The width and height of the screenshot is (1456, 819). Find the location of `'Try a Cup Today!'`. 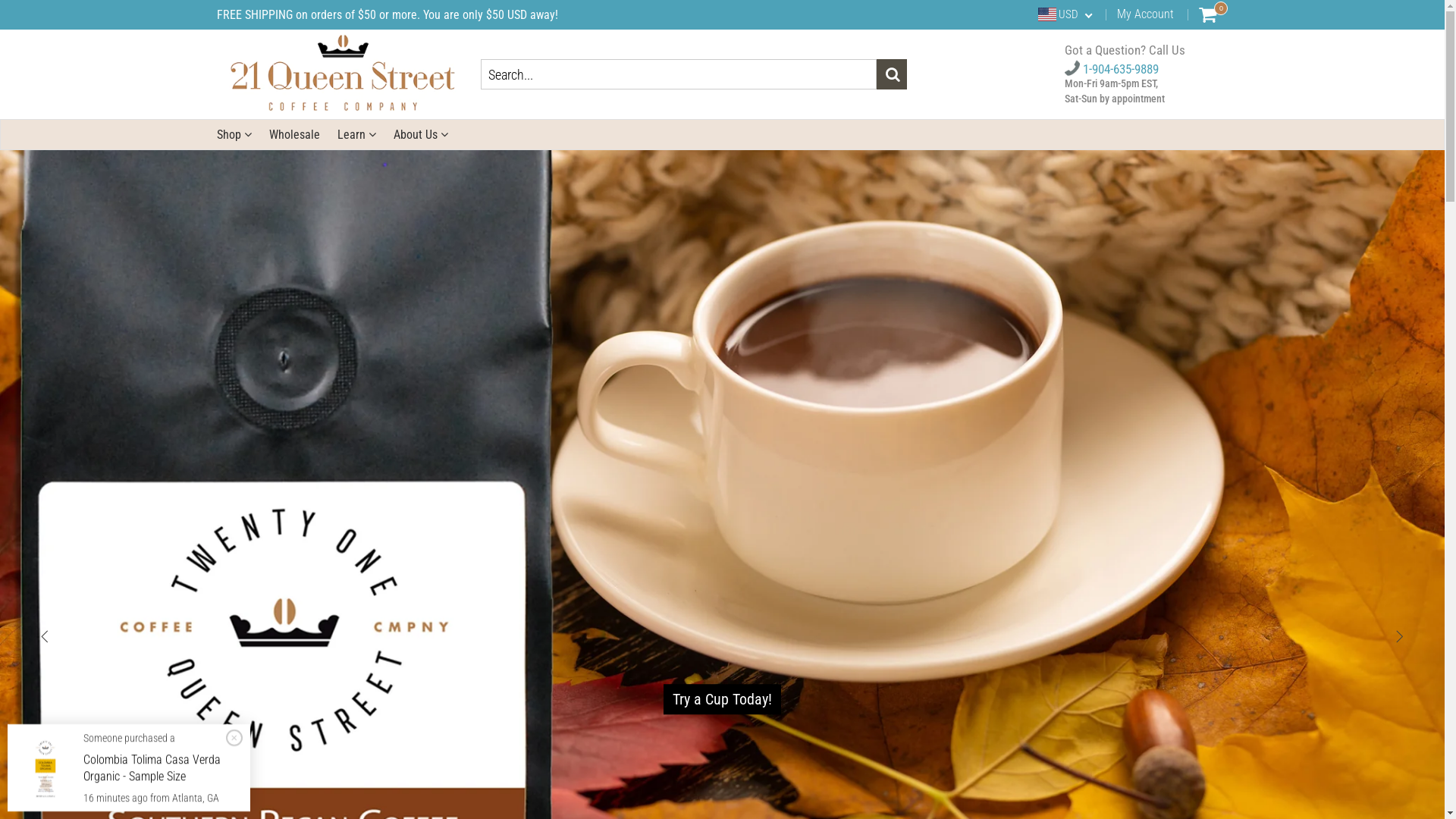

'Try a Cup Today!' is located at coordinates (663, 699).